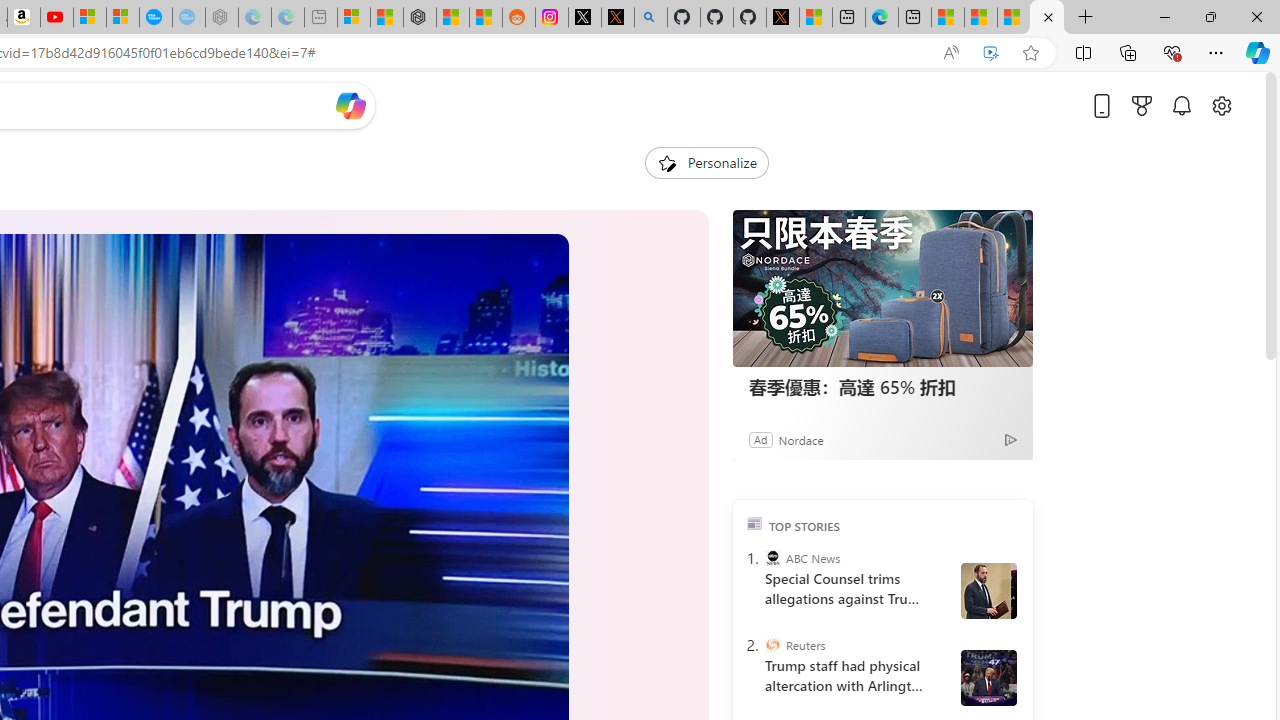 Image resolution: width=1280 pixels, height=720 pixels. I want to click on 'Ad Choice', so click(1011, 438).